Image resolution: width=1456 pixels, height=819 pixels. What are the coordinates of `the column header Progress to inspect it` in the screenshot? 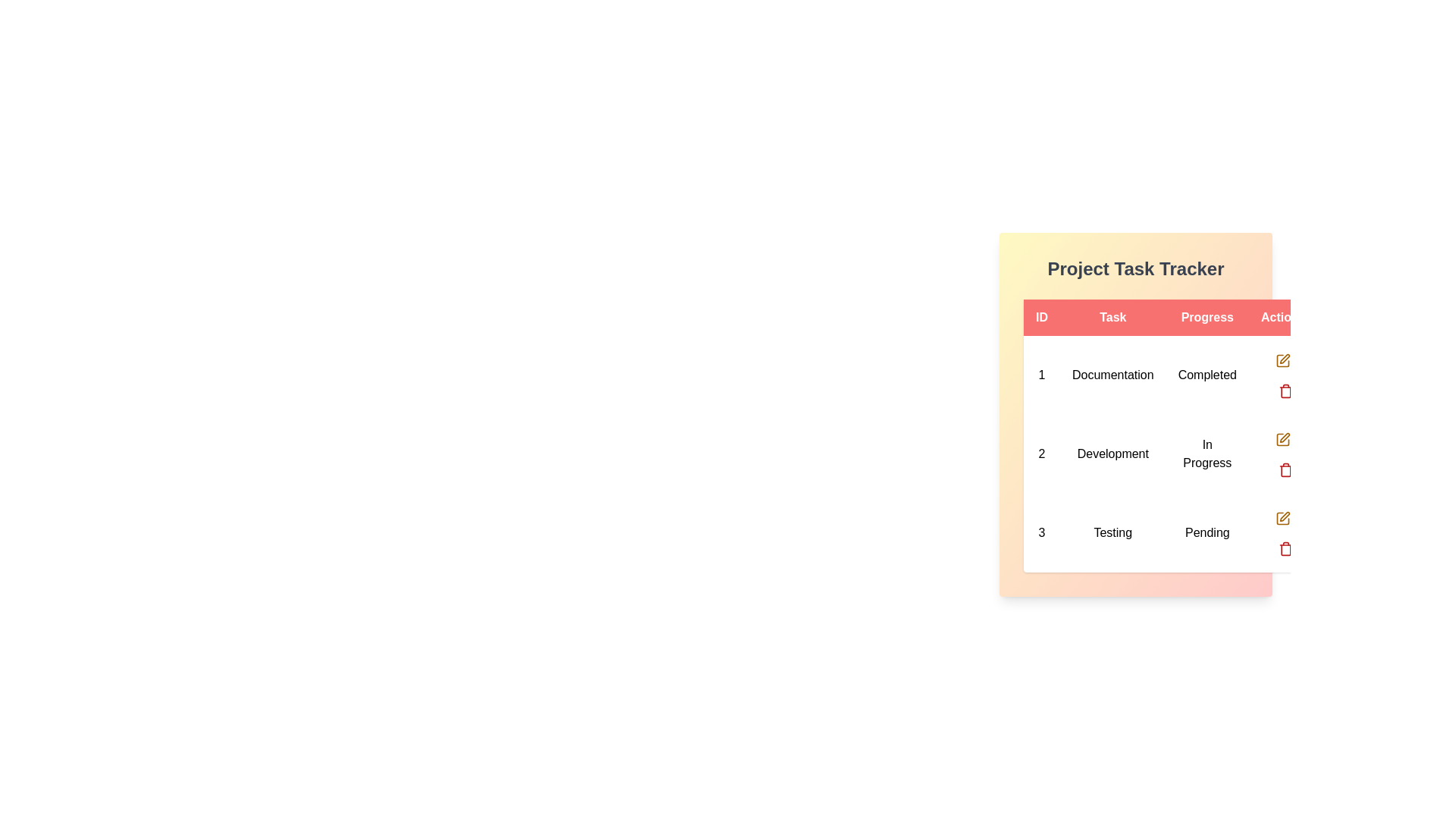 It's located at (1207, 317).